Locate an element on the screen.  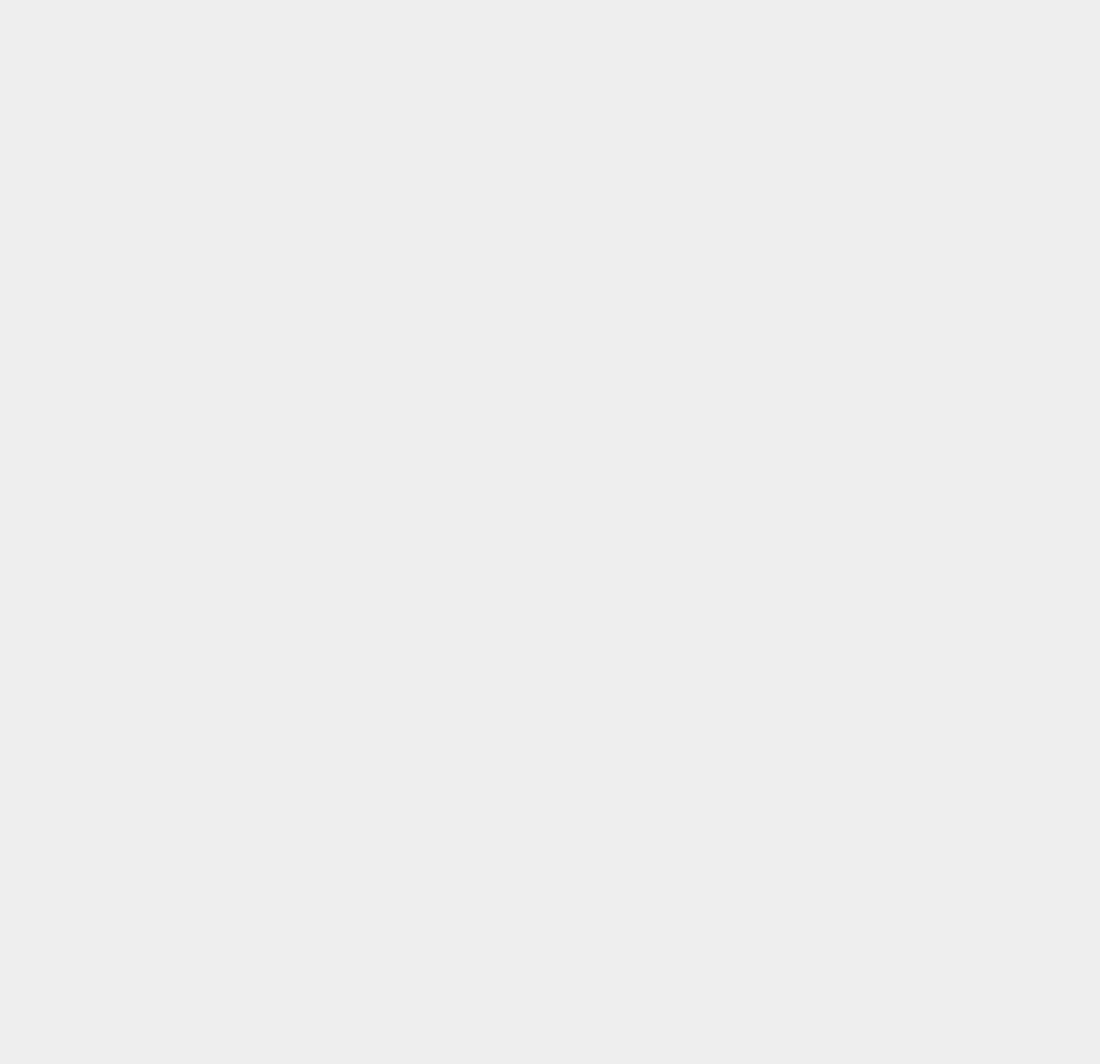
'BlackBerry' is located at coordinates (811, 408).